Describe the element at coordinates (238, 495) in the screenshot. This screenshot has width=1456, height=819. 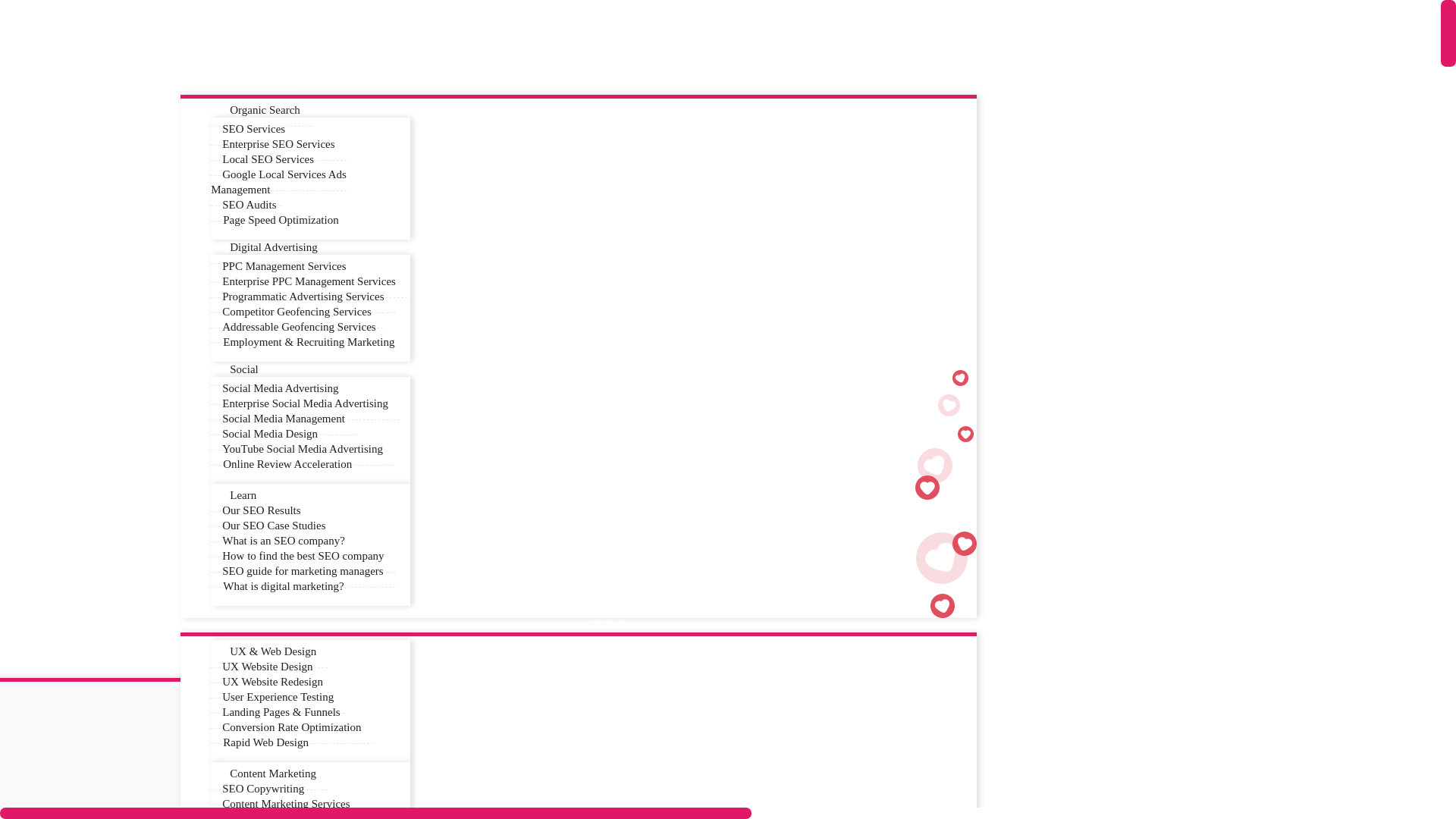
I see `'Learn'` at that location.